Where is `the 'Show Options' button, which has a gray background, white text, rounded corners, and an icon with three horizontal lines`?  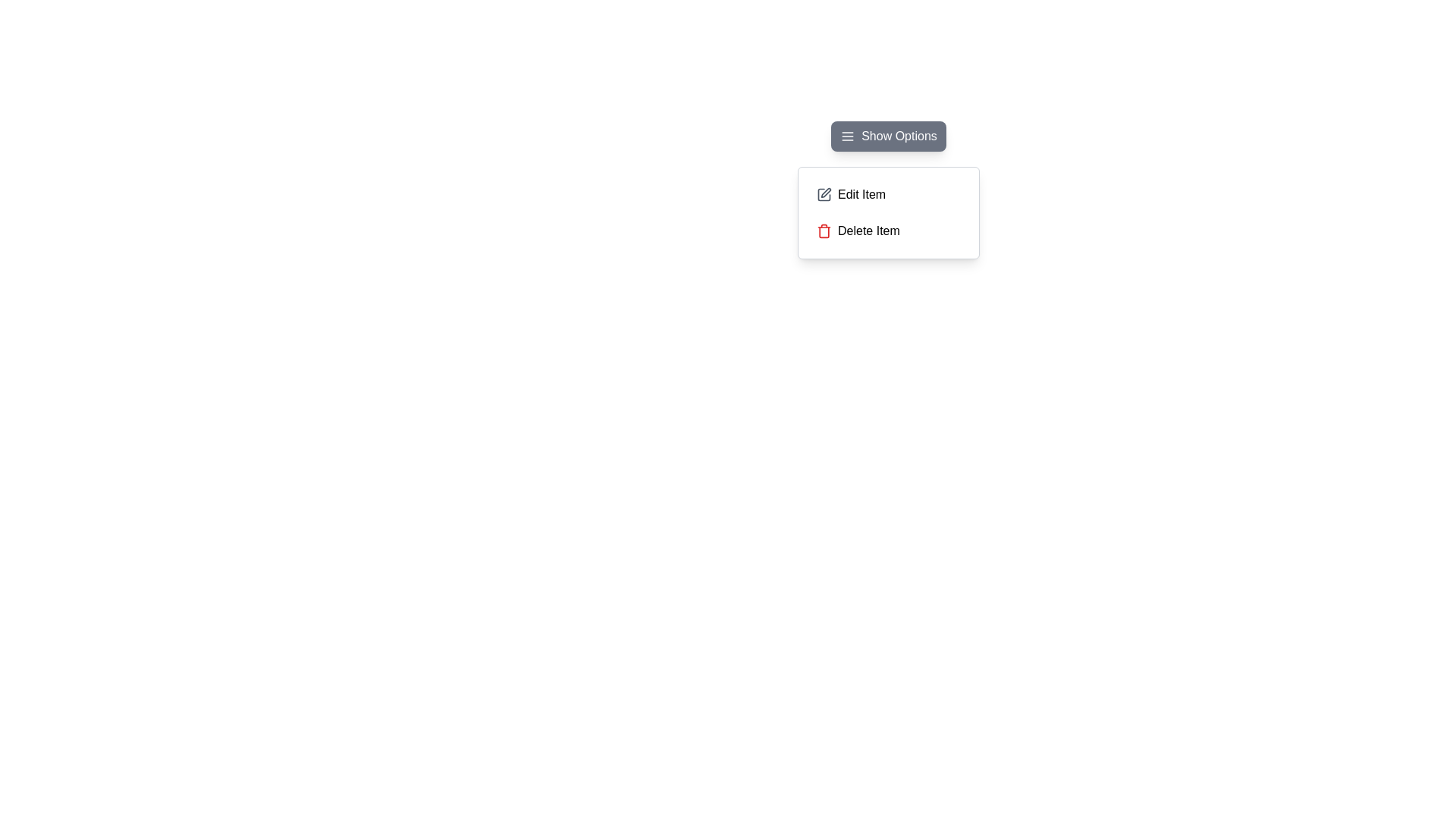 the 'Show Options' button, which has a gray background, white text, rounded corners, and an icon with three horizontal lines is located at coordinates (888, 136).